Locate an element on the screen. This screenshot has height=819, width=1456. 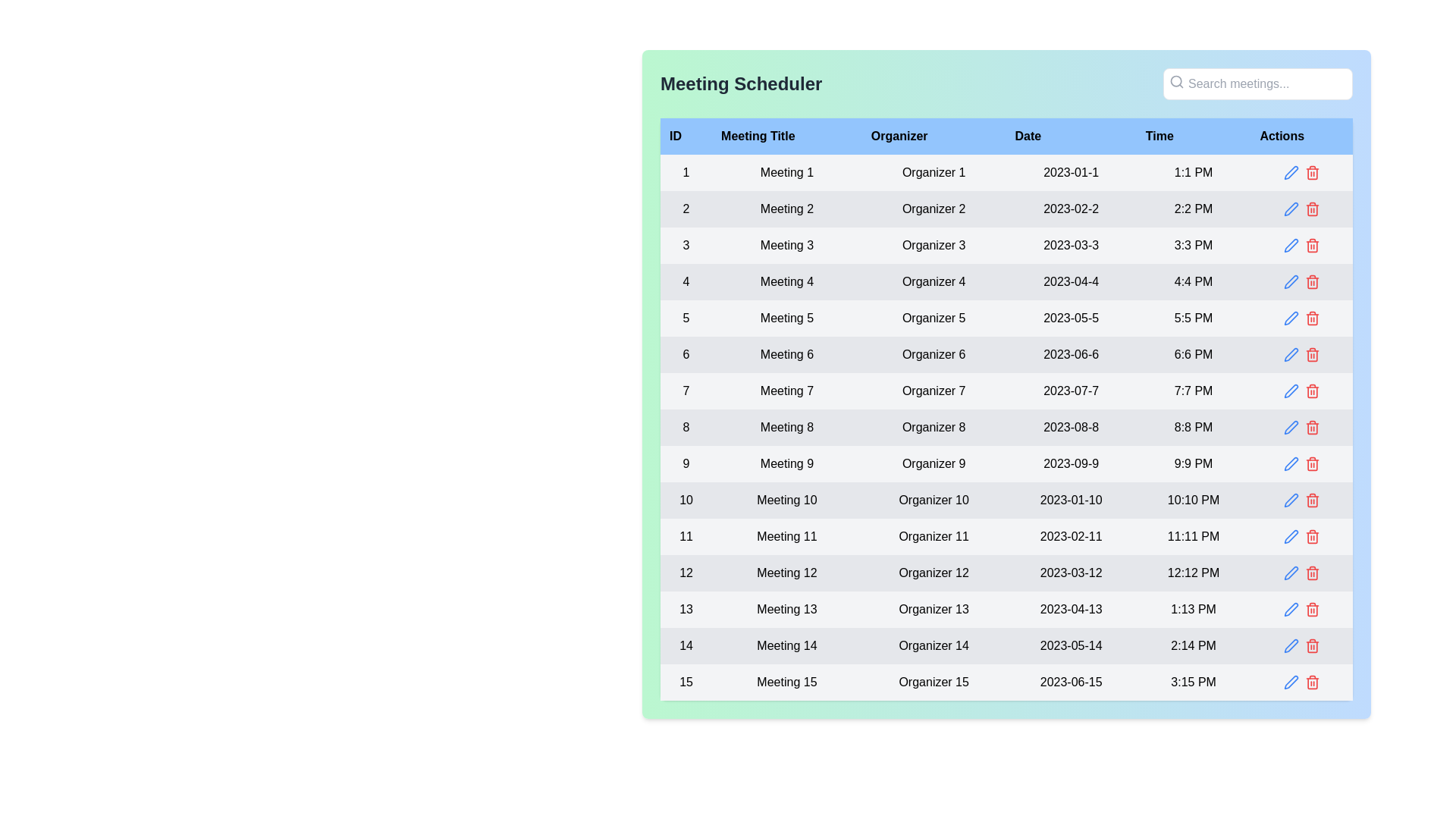
the icon buttons in the far-right cell of the eighth row, which contains the edit (blue pencil) and delete (red trash can) icons for 'Meeting 8' at '8:8 PM' is located at coordinates (1301, 427).